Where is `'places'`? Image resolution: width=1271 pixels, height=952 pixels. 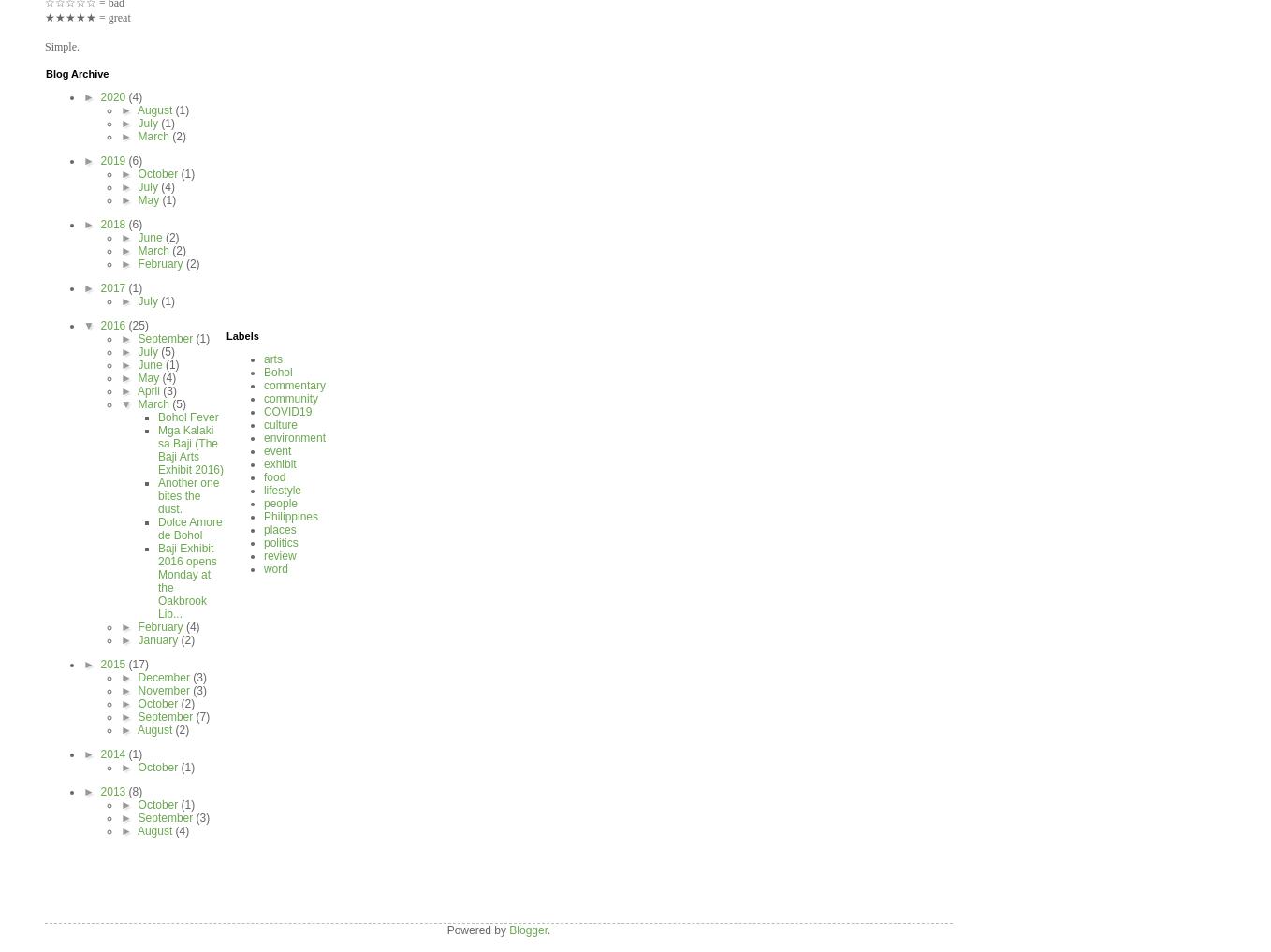 'places' is located at coordinates (262, 529).